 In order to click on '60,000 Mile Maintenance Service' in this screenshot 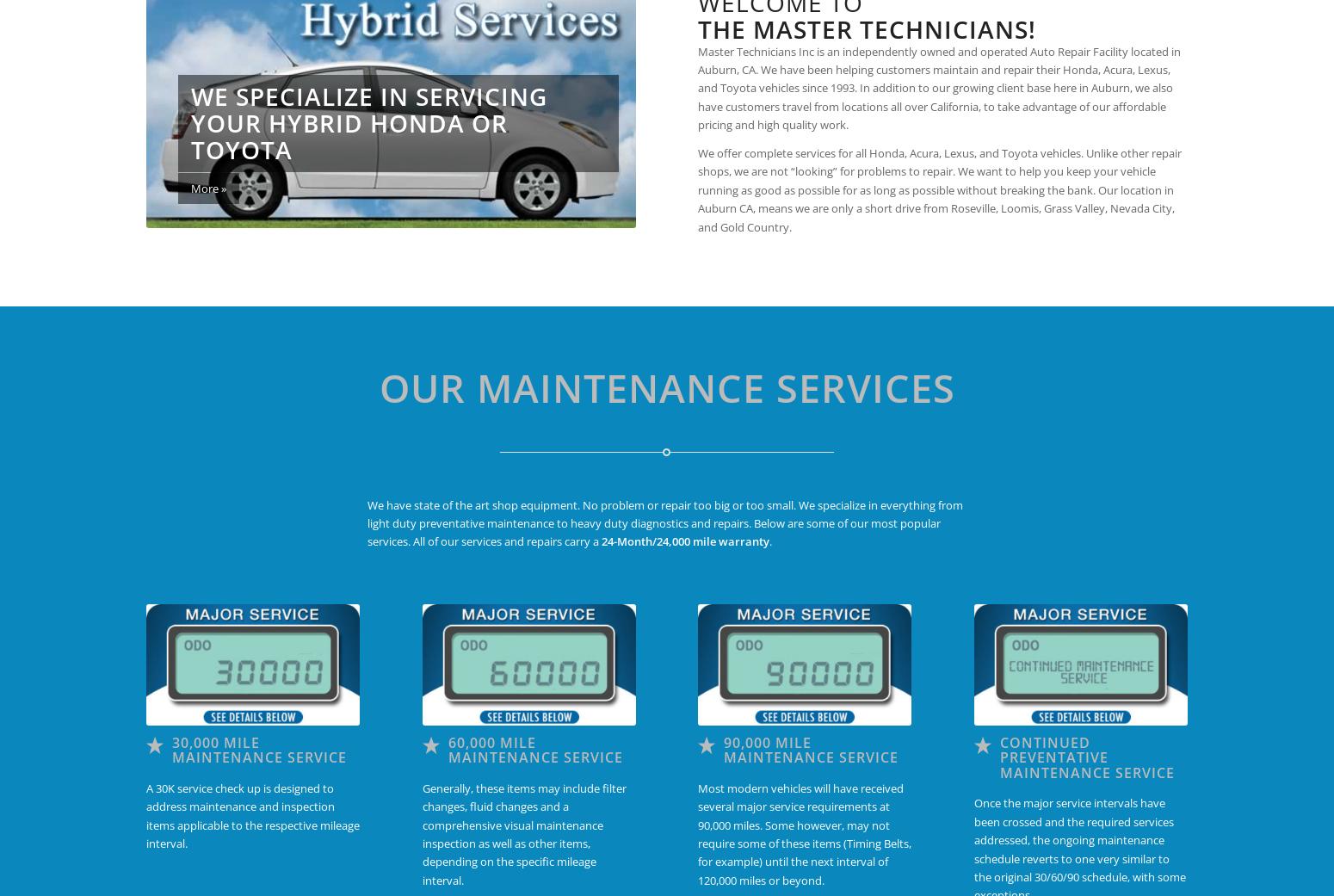, I will do `click(534, 749)`.